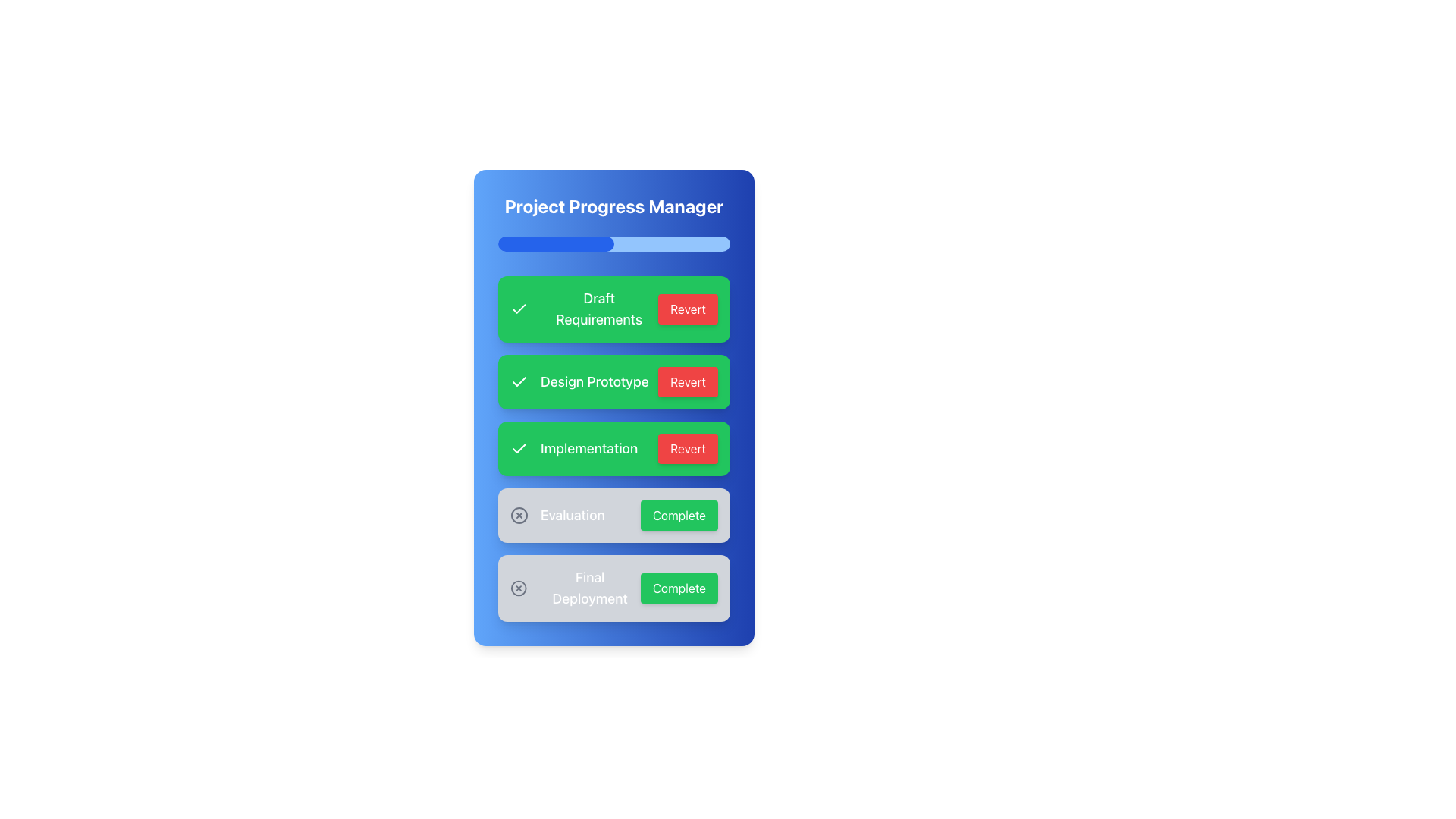 This screenshot has height=819, width=1456. I want to click on the Progress Indicator, a horizontally elongated rectangle with rounded ends filled with deep blue color, located below the title 'Project Progress Manager', so click(555, 243).